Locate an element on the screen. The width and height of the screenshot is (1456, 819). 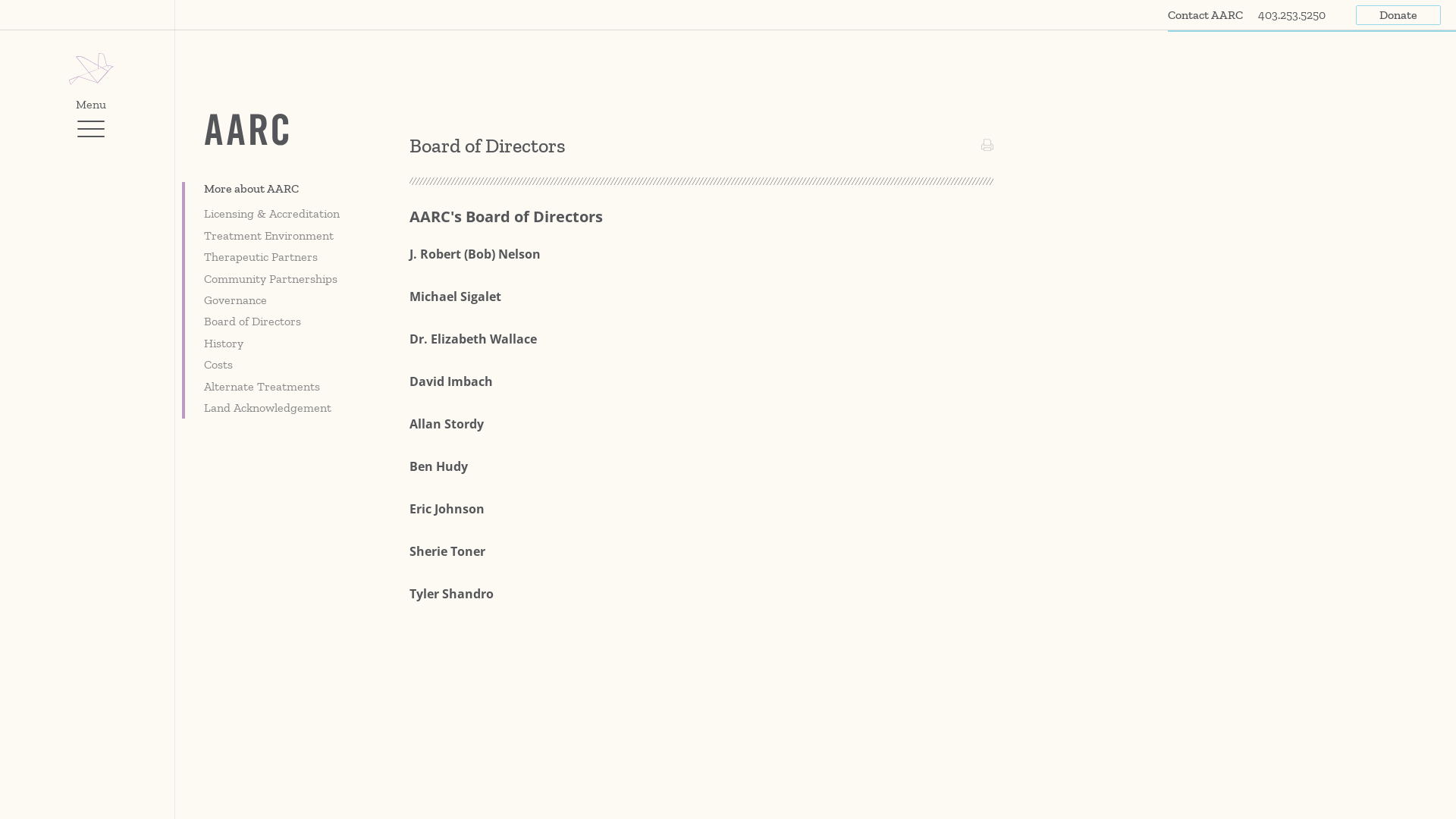
'Costs' is located at coordinates (284, 365).